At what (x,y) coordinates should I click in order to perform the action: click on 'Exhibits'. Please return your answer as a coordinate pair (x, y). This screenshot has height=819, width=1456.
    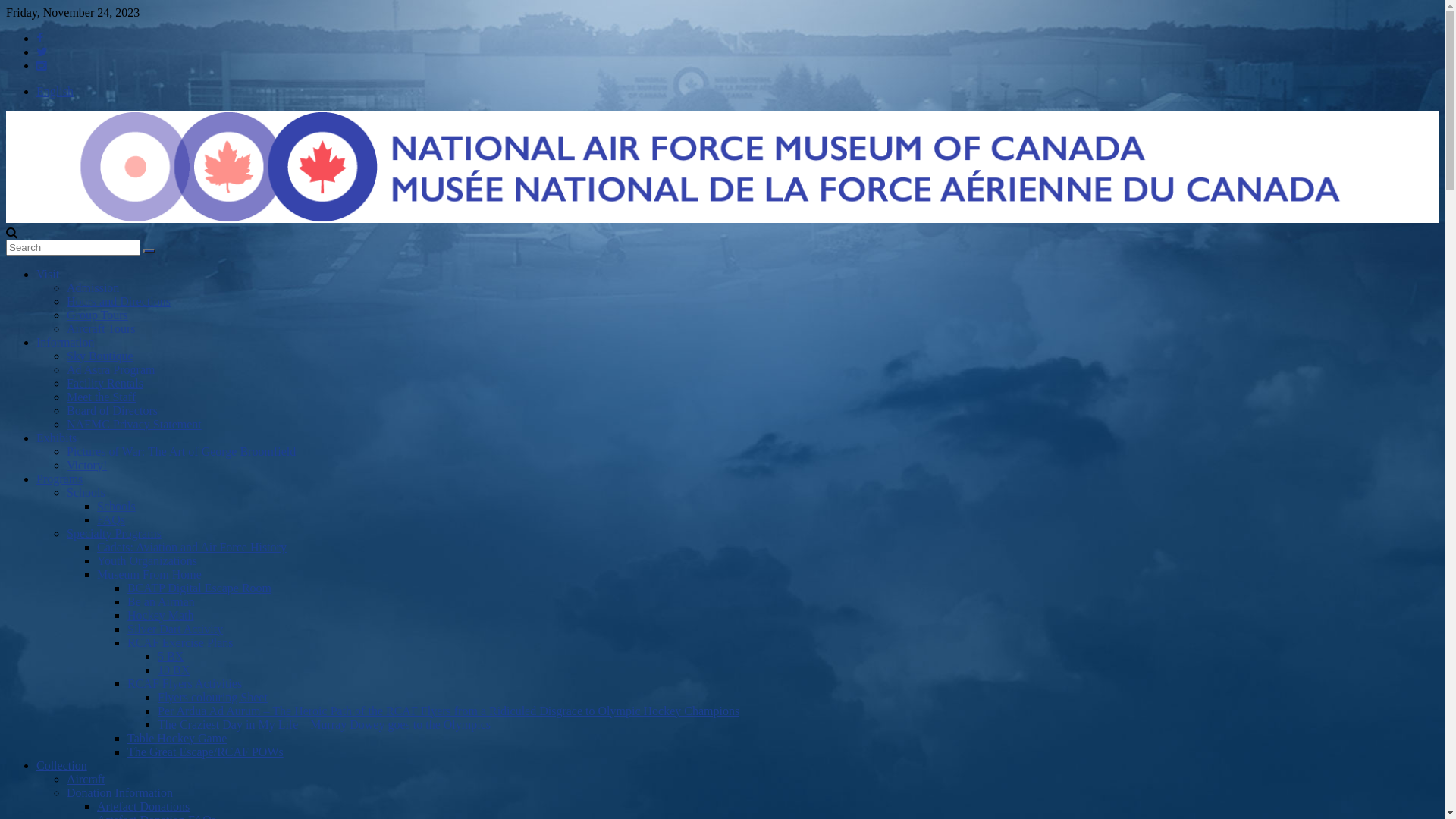
    Looking at the image, I should click on (56, 438).